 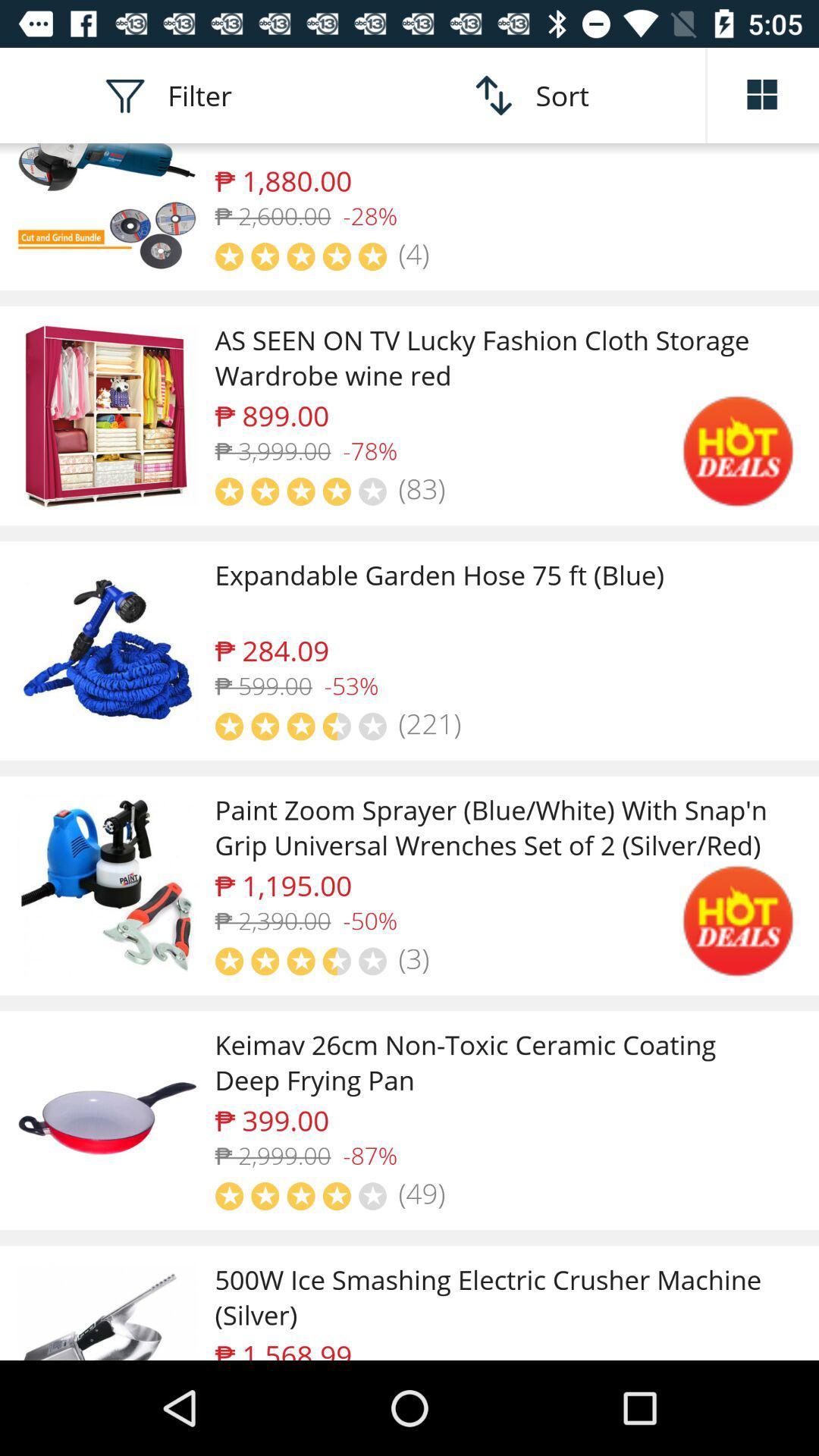 What do you see at coordinates (763, 94) in the screenshot?
I see `arrange list` at bounding box center [763, 94].